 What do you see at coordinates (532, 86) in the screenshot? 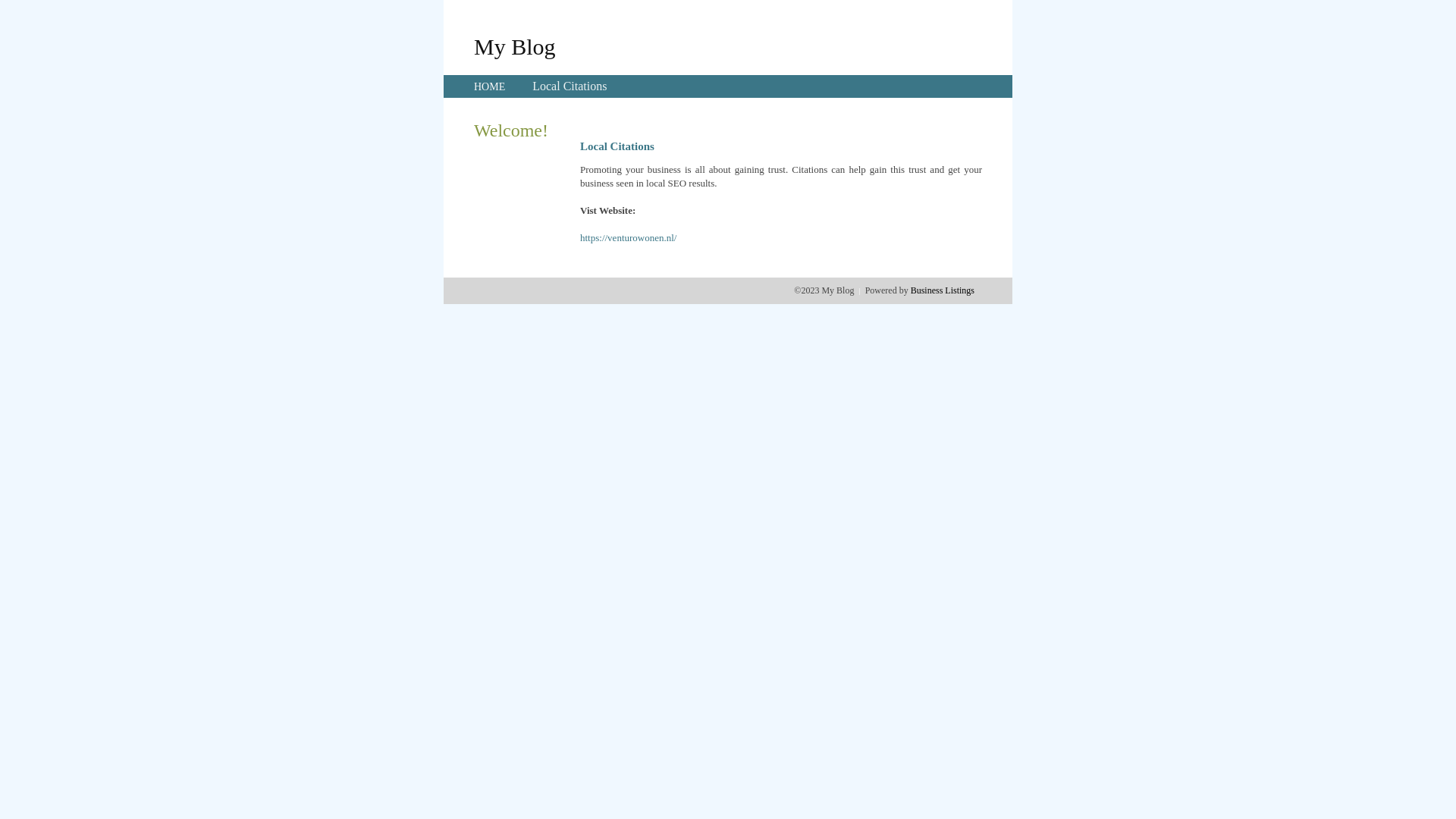
I see `'Local Citations'` at bounding box center [532, 86].